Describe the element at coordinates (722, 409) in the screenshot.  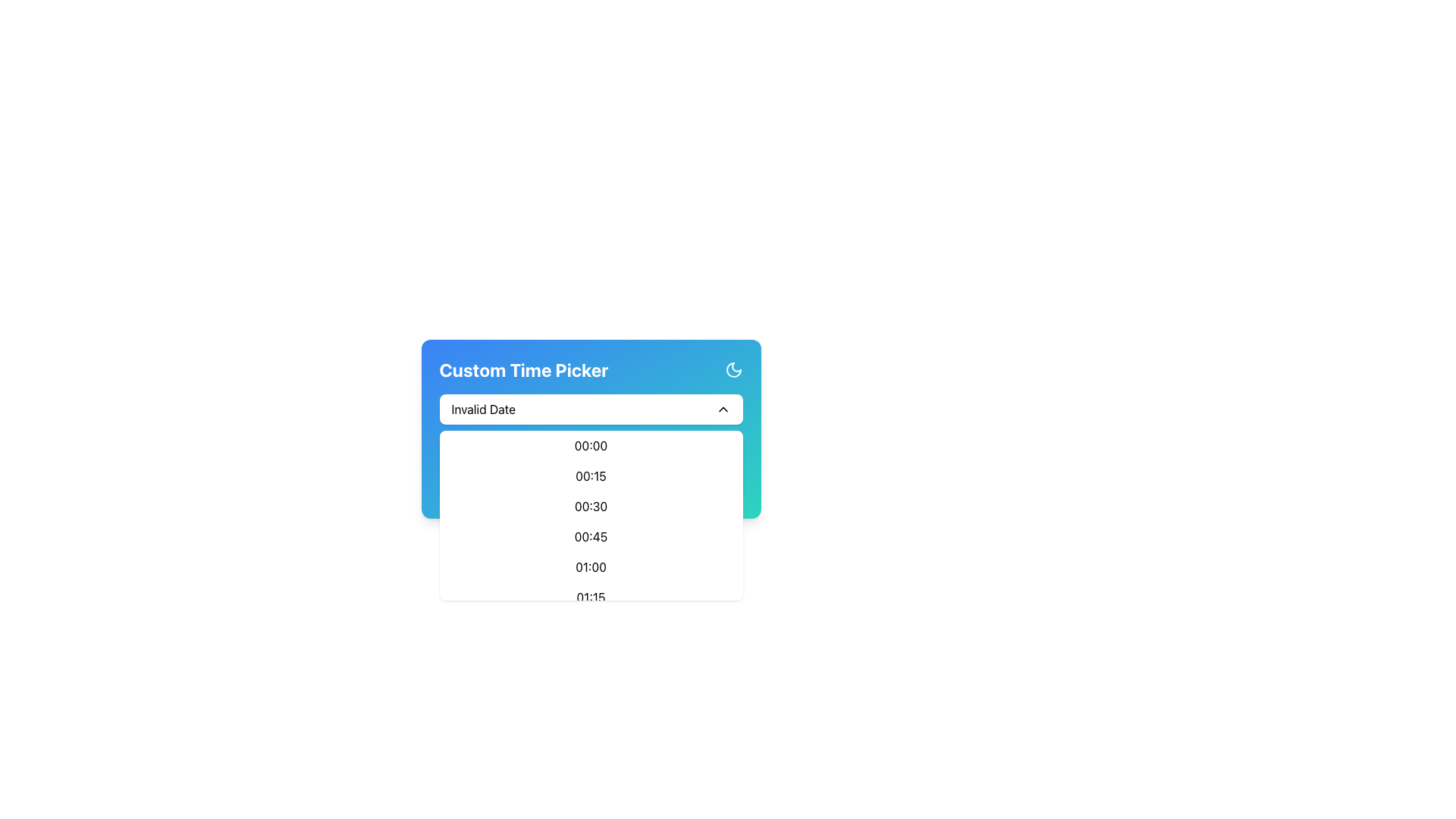
I see `the chevron icon located in the top-right corner of the 'Invalid Date' input field within the 'Custom Time Picker' component to indicate the ability to collapse the expanded time selection dropdown` at that location.